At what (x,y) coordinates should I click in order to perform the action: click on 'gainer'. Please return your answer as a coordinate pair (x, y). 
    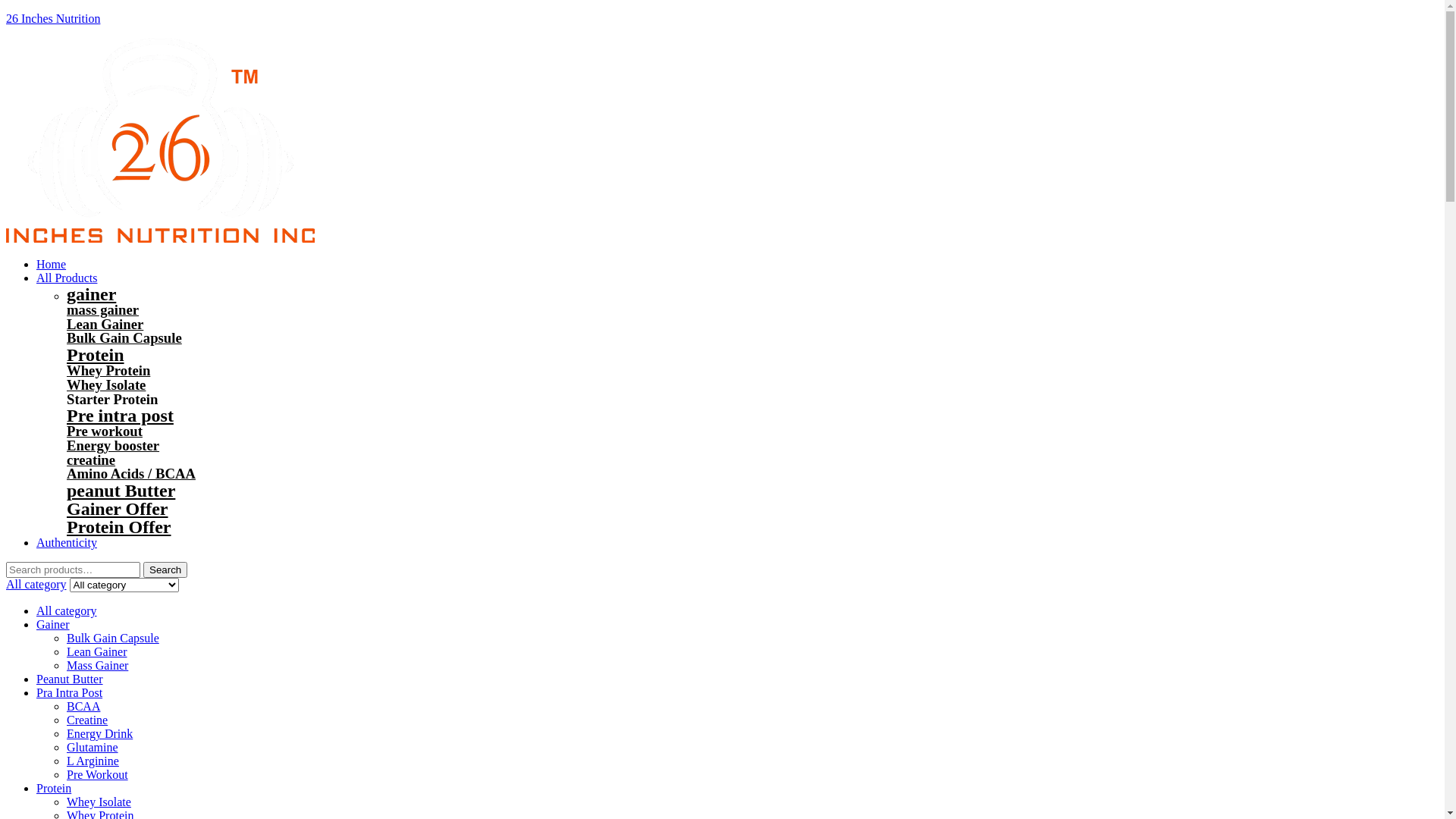
    Looking at the image, I should click on (65, 294).